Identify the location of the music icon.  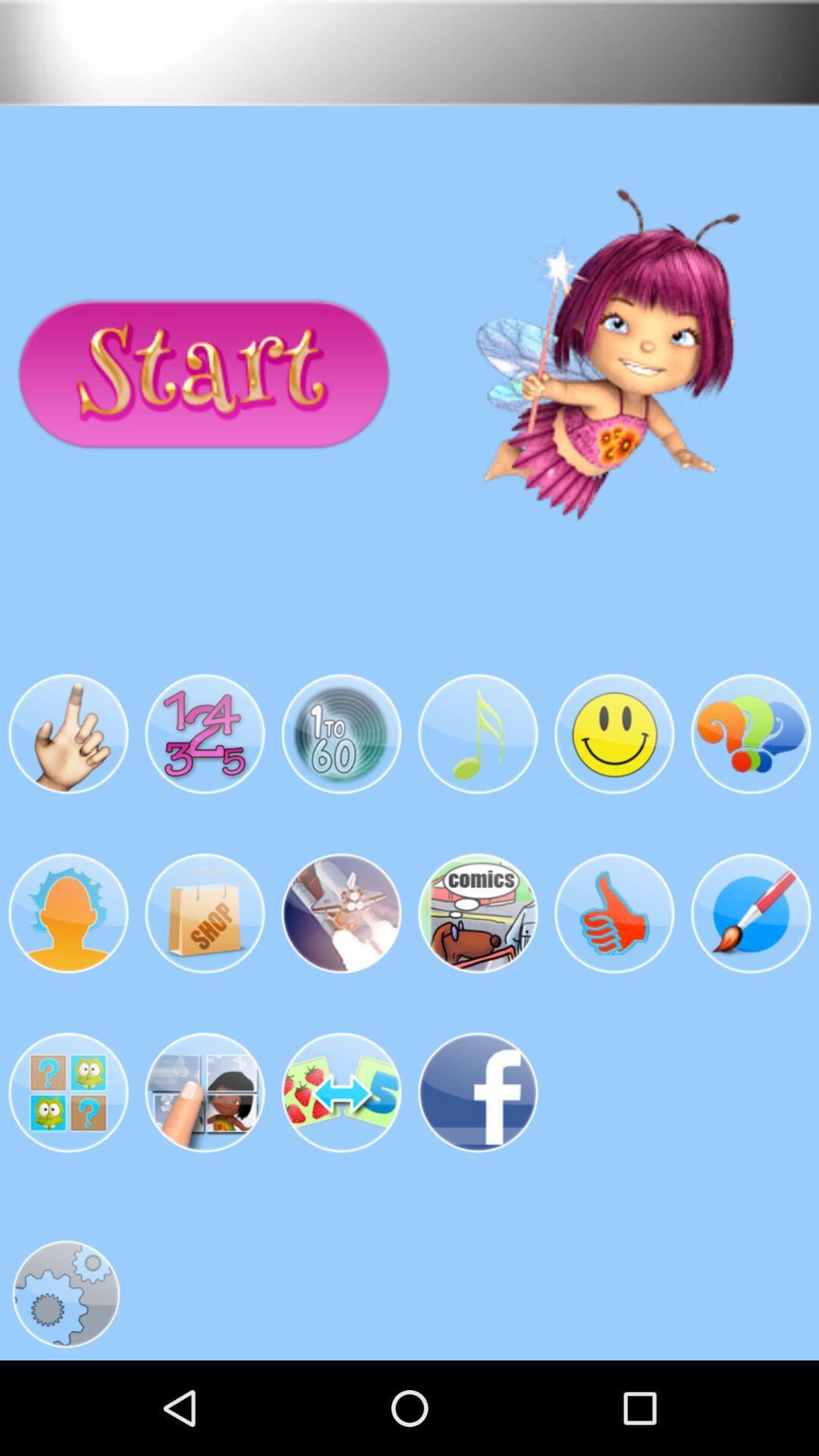
(476, 786).